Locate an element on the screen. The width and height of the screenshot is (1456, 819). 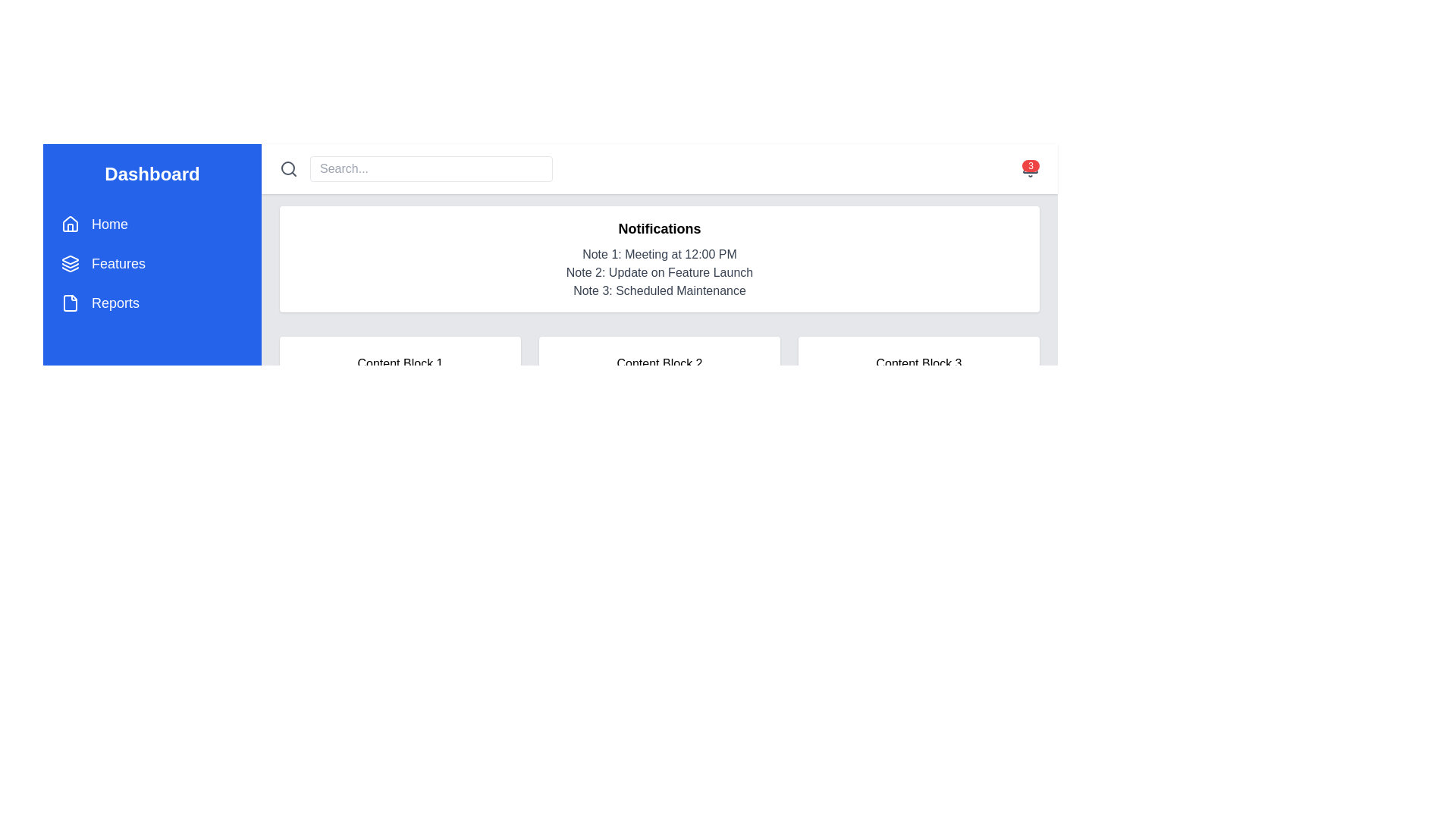
the text item in the list that says 'Note 3: Scheduled Maintenance', which is the third item under the 'Notifications' heading is located at coordinates (659, 291).